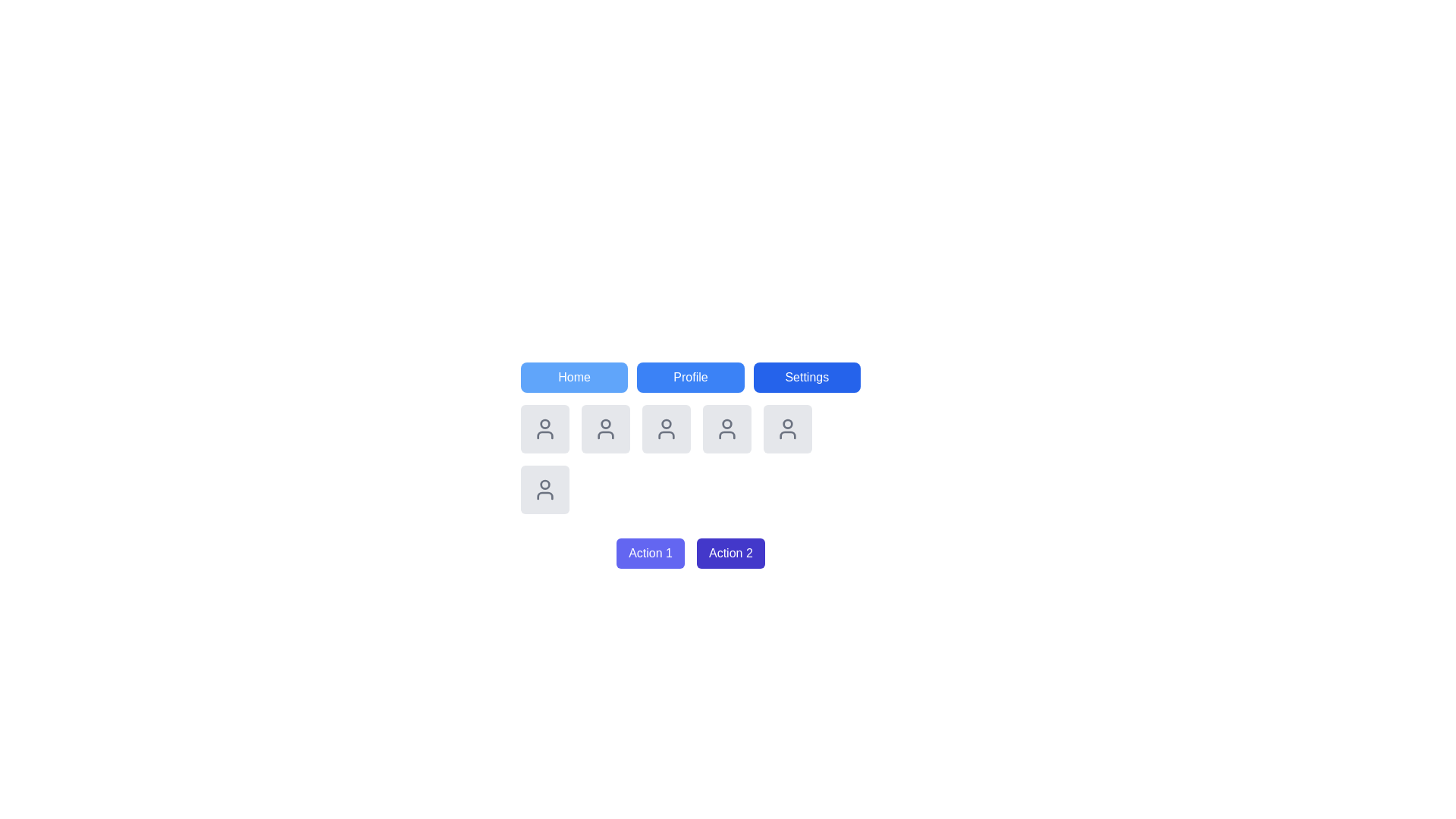  I want to click on the decorative vector graphics element representing a detail within the user icon located in the second row and second column of the grid layout, so click(604, 435).